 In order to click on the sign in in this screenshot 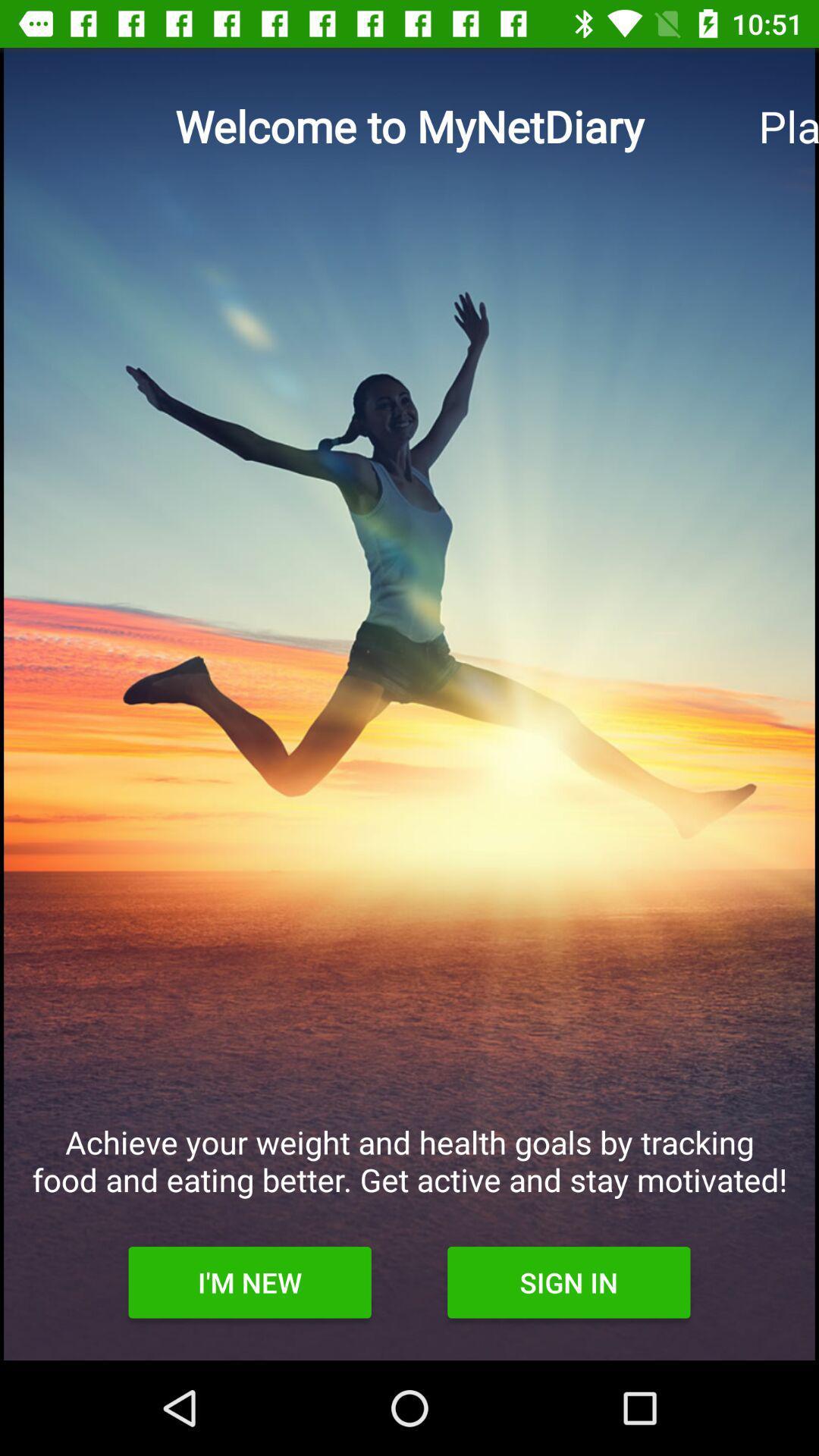, I will do `click(569, 1282)`.